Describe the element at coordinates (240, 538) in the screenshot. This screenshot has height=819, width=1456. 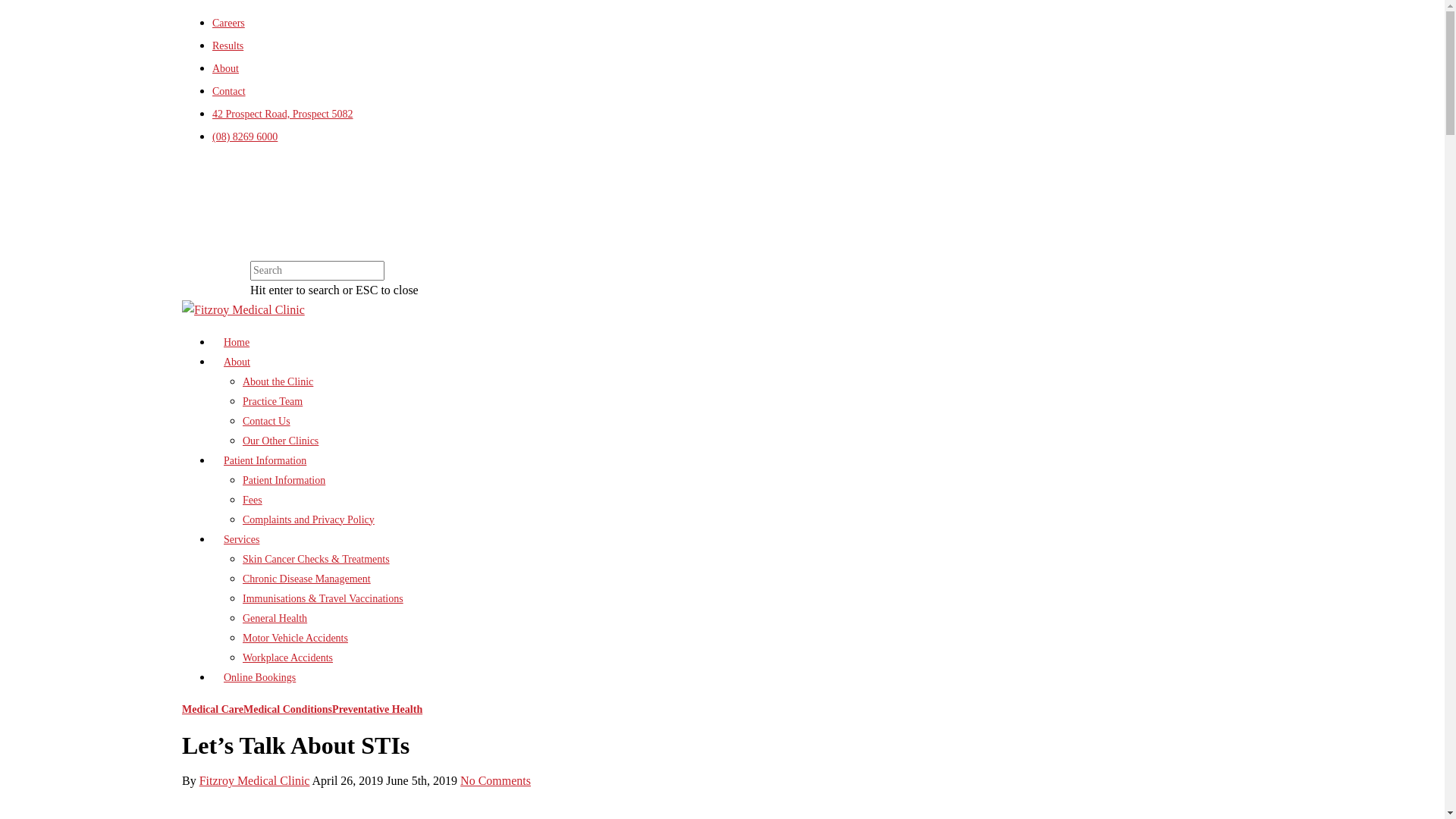
I see `'Services'` at that location.